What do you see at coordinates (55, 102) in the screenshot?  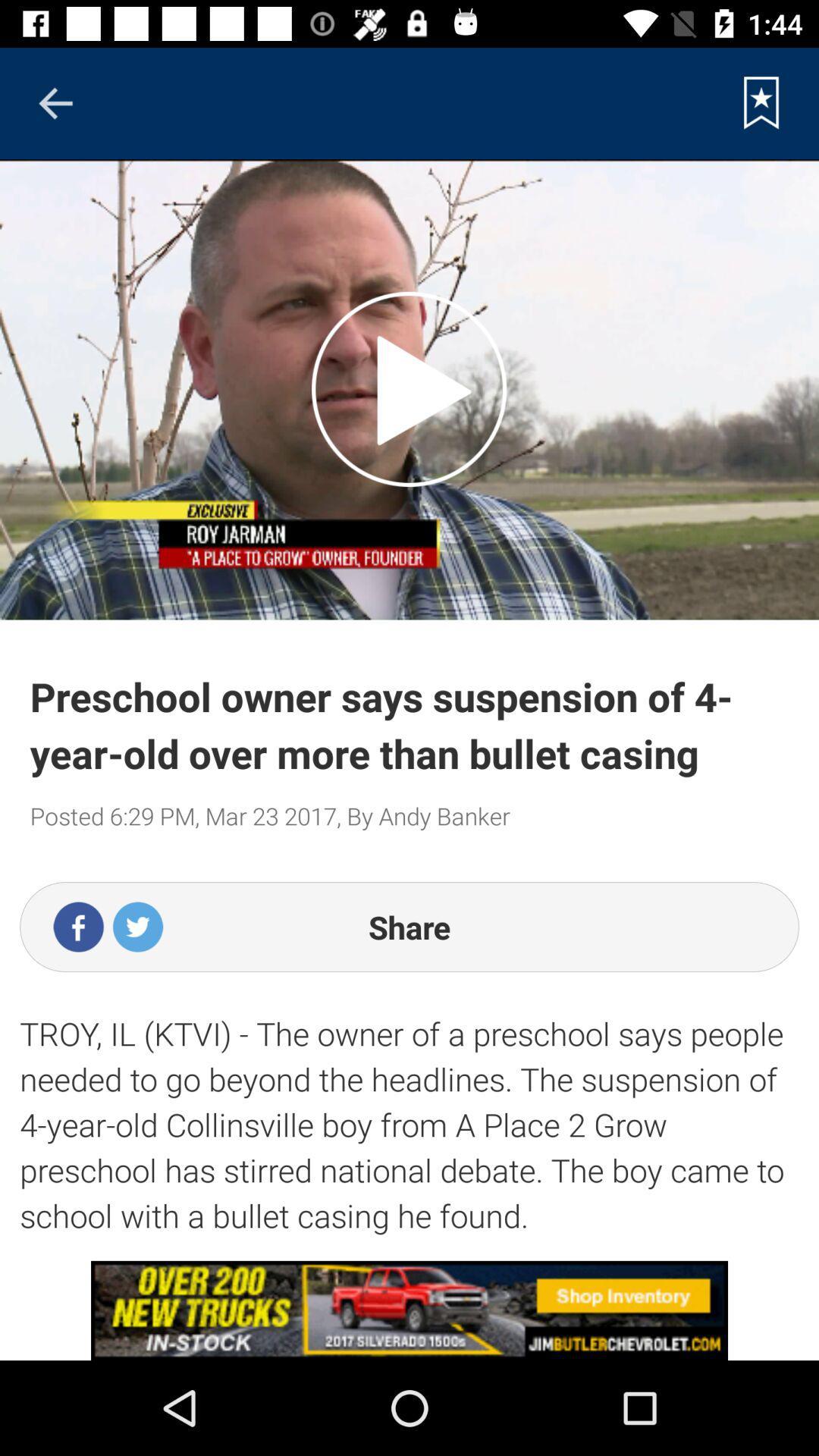 I see `the arrow_backward icon` at bounding box center [55, 102].